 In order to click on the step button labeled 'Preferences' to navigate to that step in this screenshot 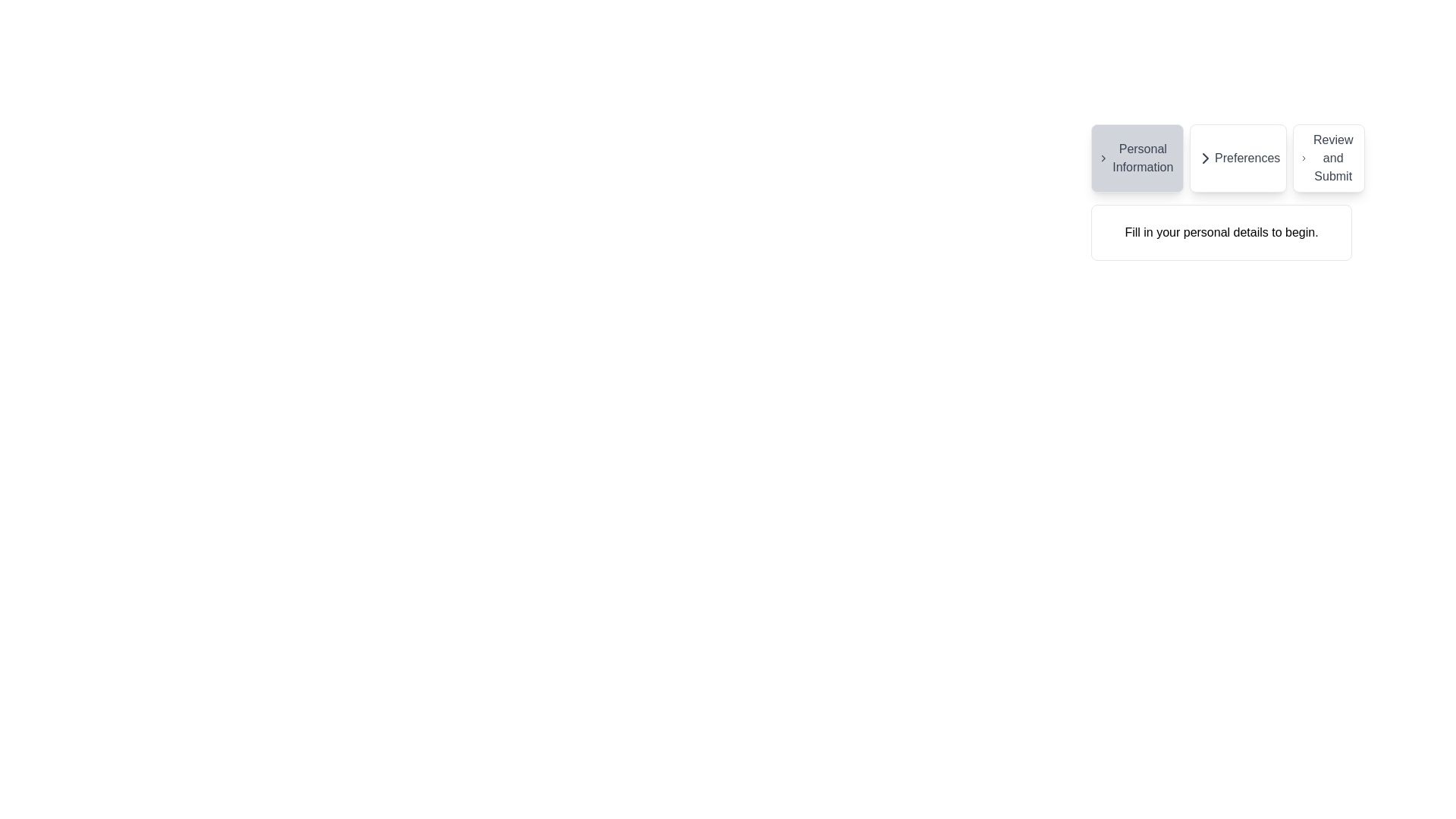, I will do `click(1238, 158)`.